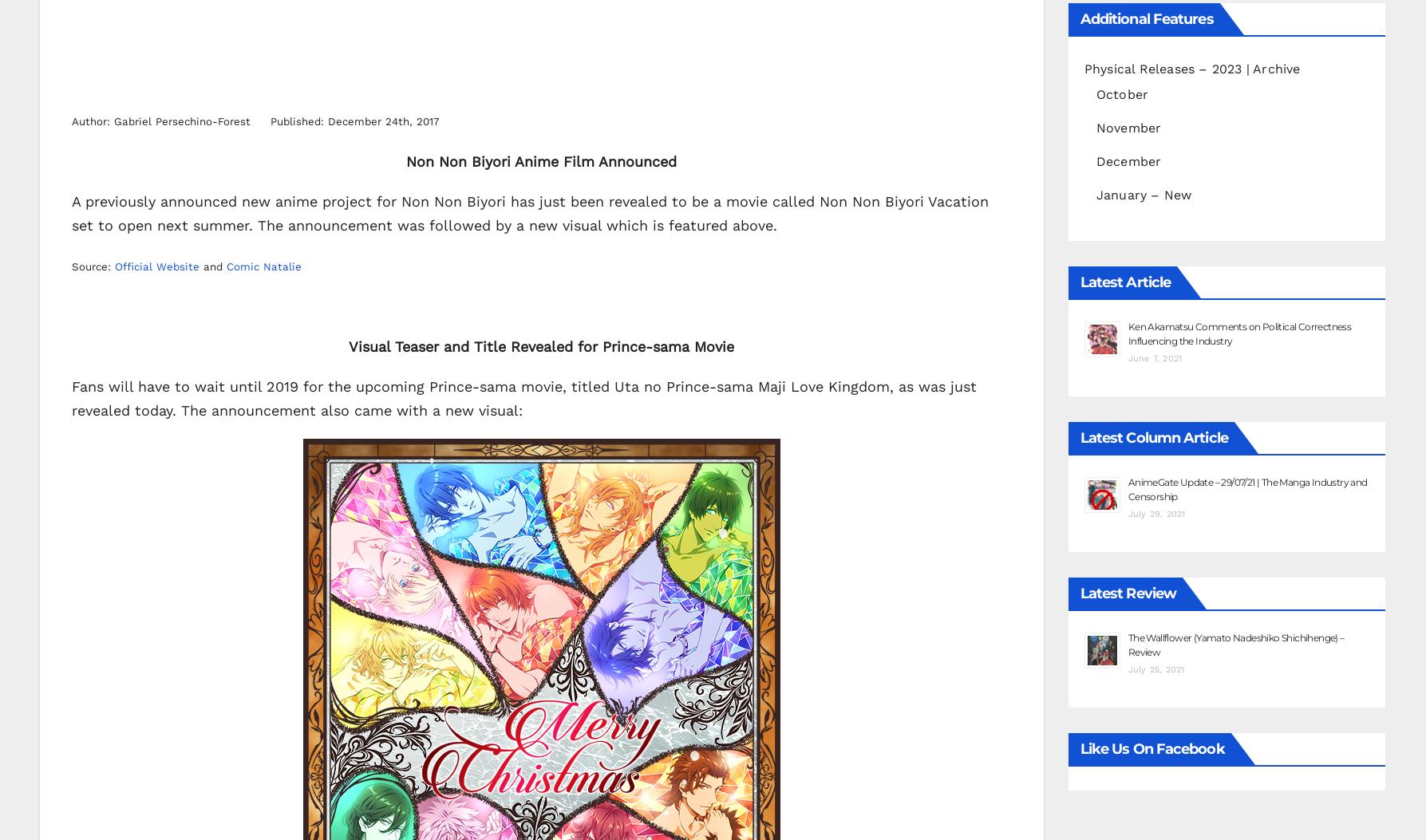  What do you see at coordinates (72, 211) in the screenshot?
I see `'A previously announced new anime project for Non Non Biyori has just been revealed to be a movie called Non Non Biyori Vacation set to open next summer. The announcement was followed by a new visual which is featured above.'` at bounding box center [72, 211].